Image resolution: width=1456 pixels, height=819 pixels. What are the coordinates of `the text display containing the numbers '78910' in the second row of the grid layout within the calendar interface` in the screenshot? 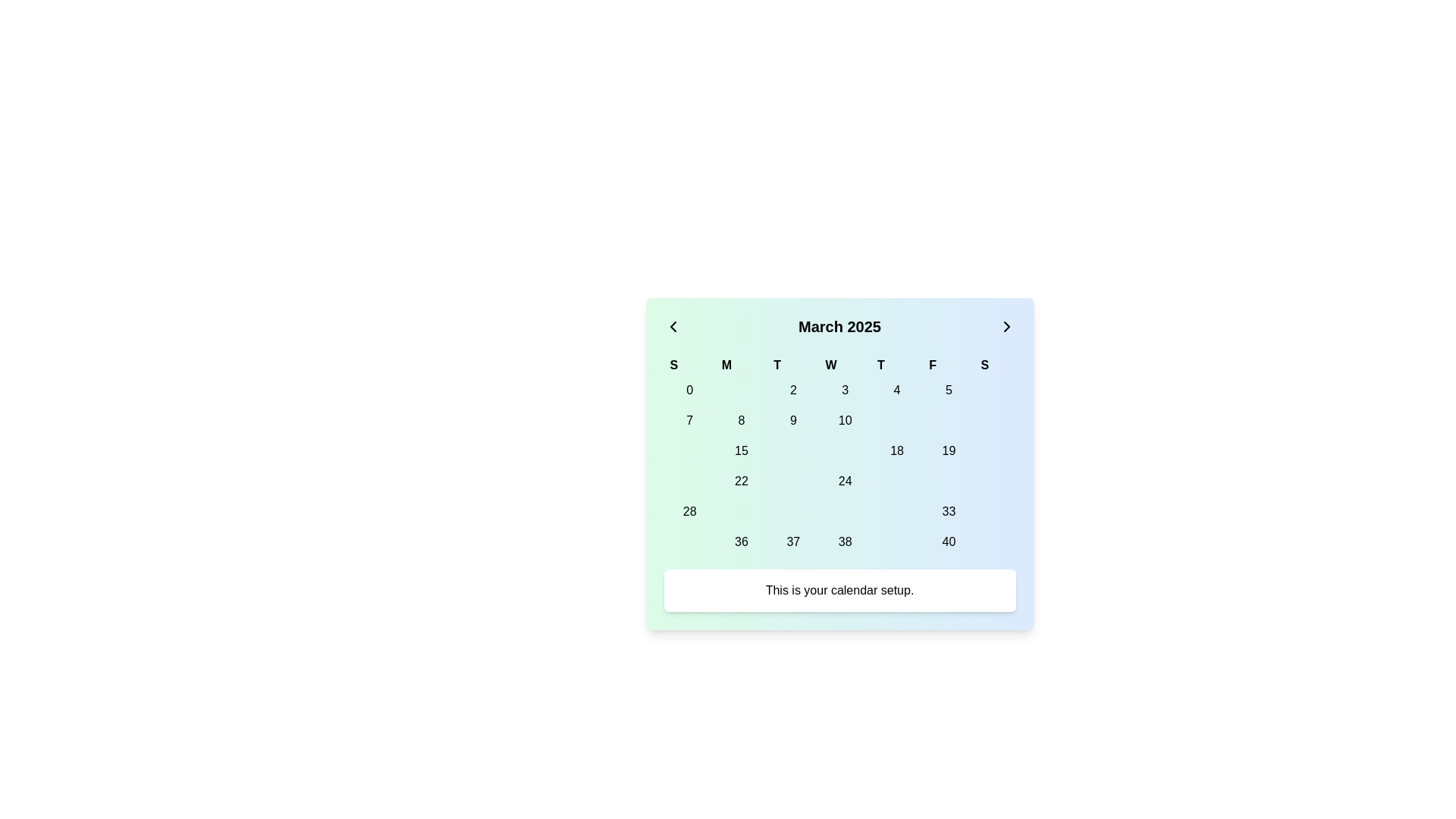 It's located at (839, 421).